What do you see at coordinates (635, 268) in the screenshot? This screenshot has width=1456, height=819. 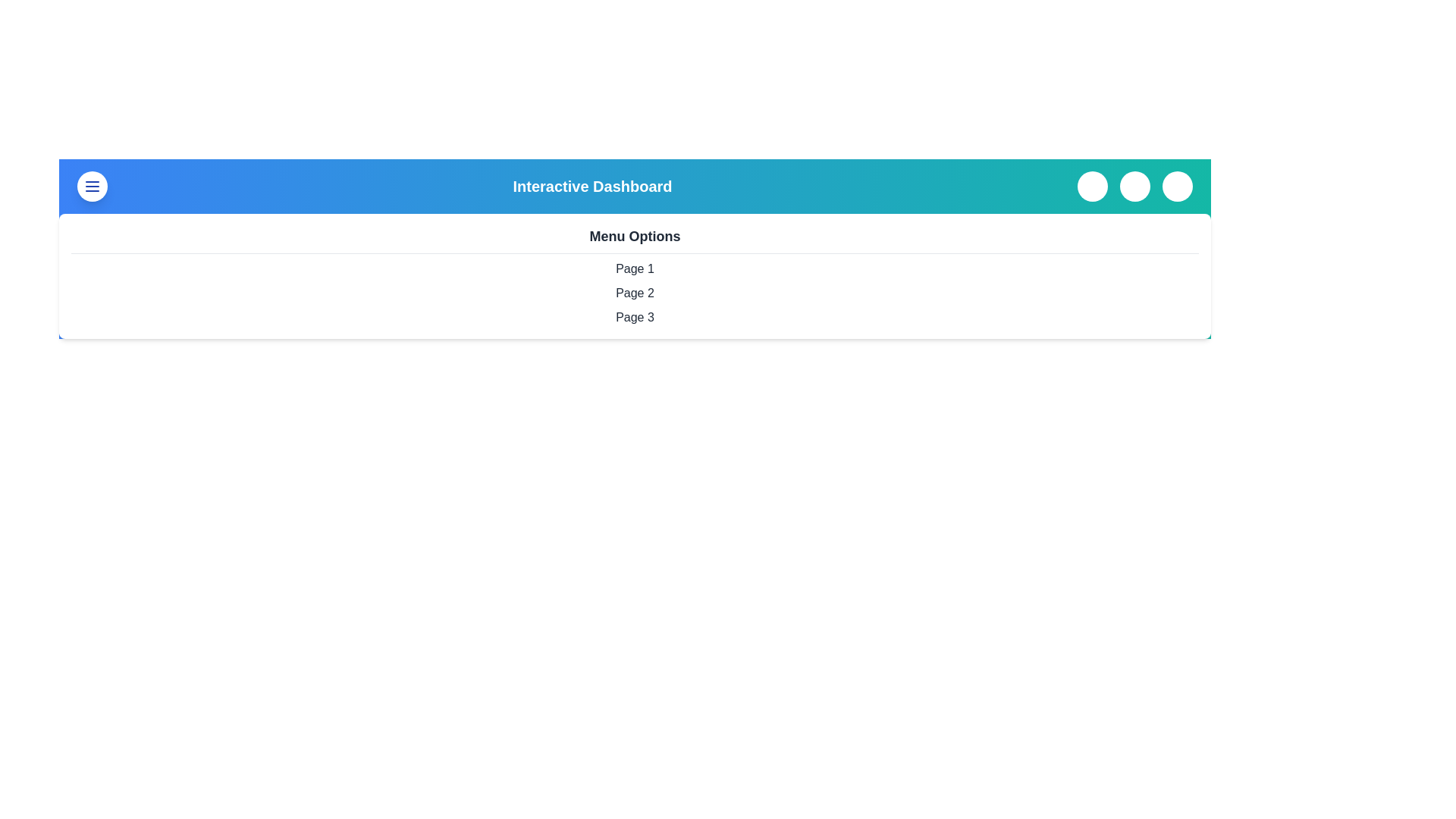 I see `the menu option Page 1 to navigate to the corresponding page` at bounding box center [635, 268].